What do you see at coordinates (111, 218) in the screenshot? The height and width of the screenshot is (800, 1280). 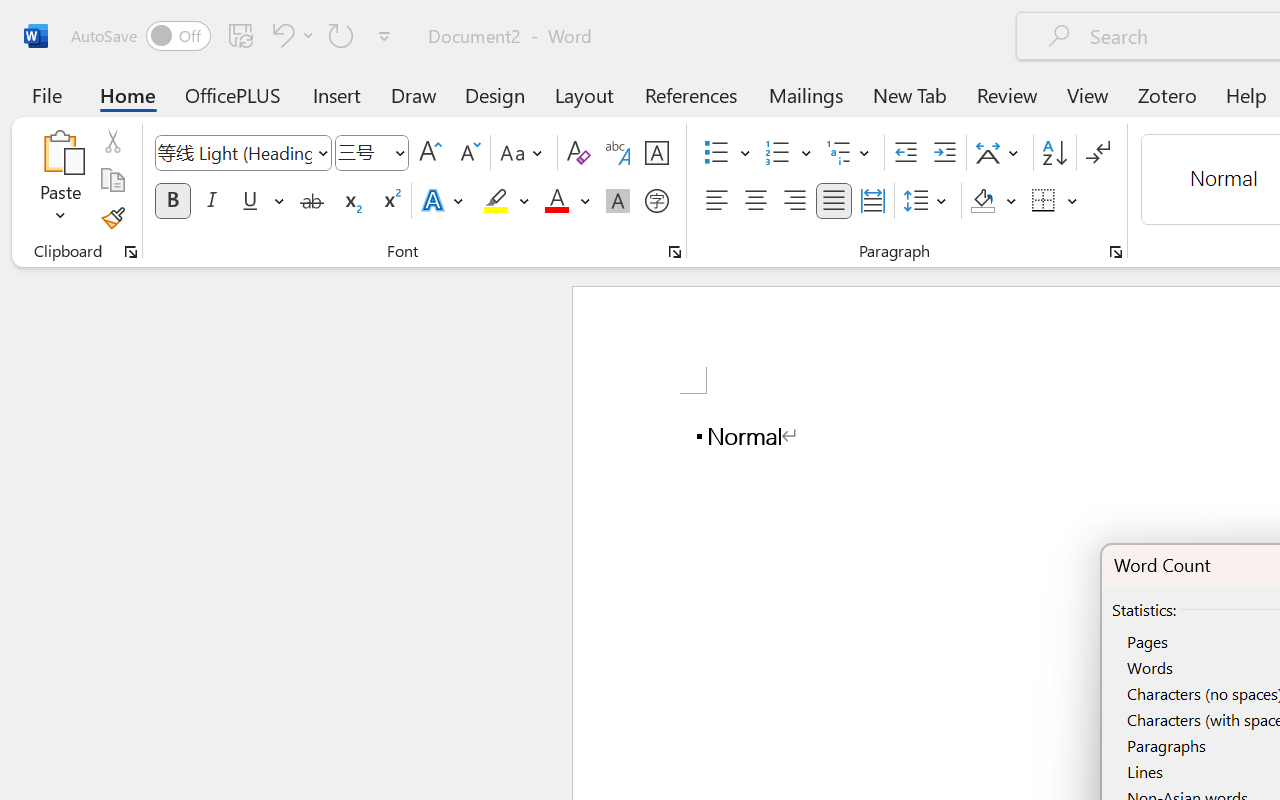 I see `'Format Painter'` at bounding box center [111, 218].